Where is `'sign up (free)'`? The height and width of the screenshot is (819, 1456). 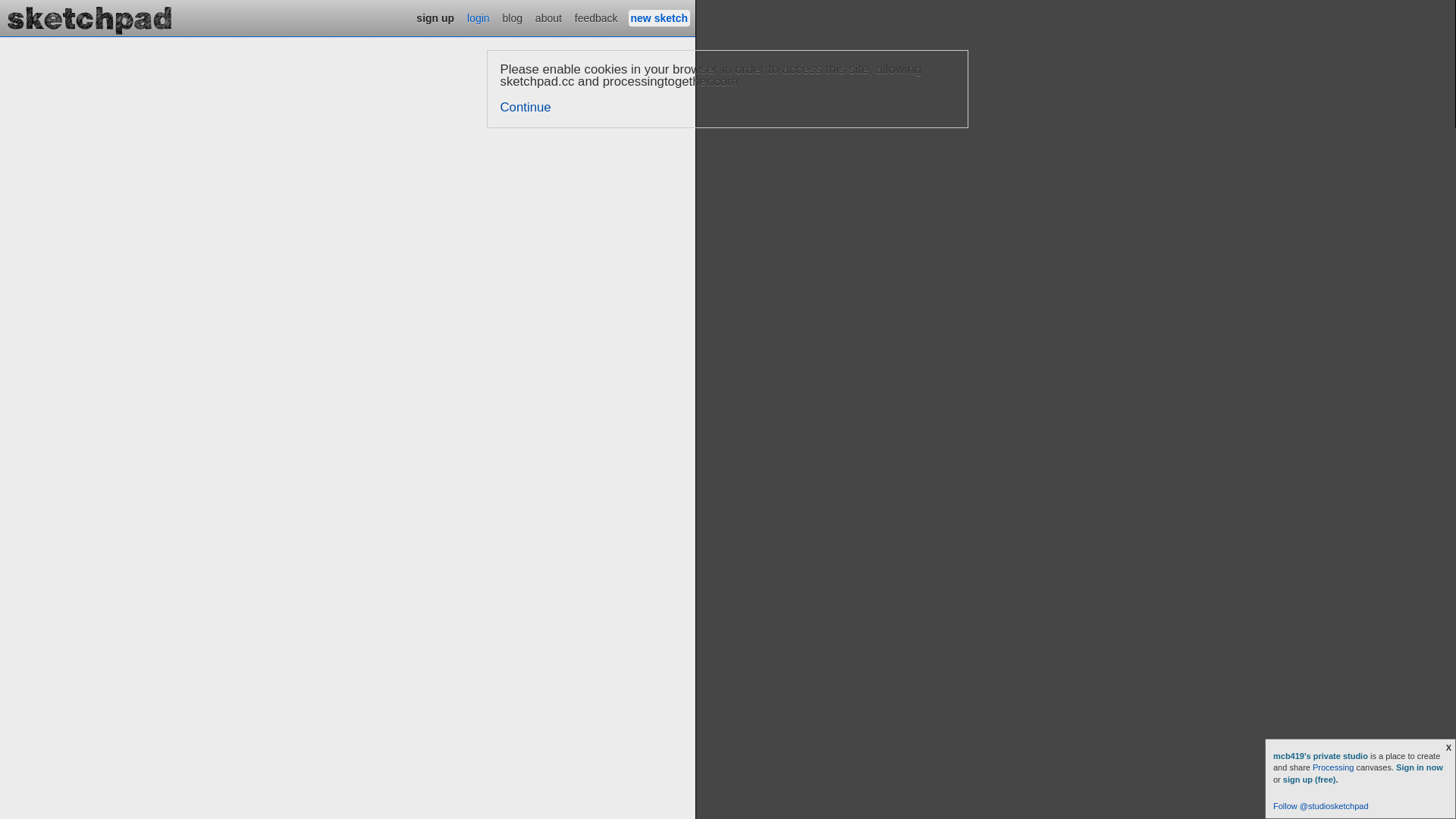 'sign up (free)' is located at coordinates (1309, 780).